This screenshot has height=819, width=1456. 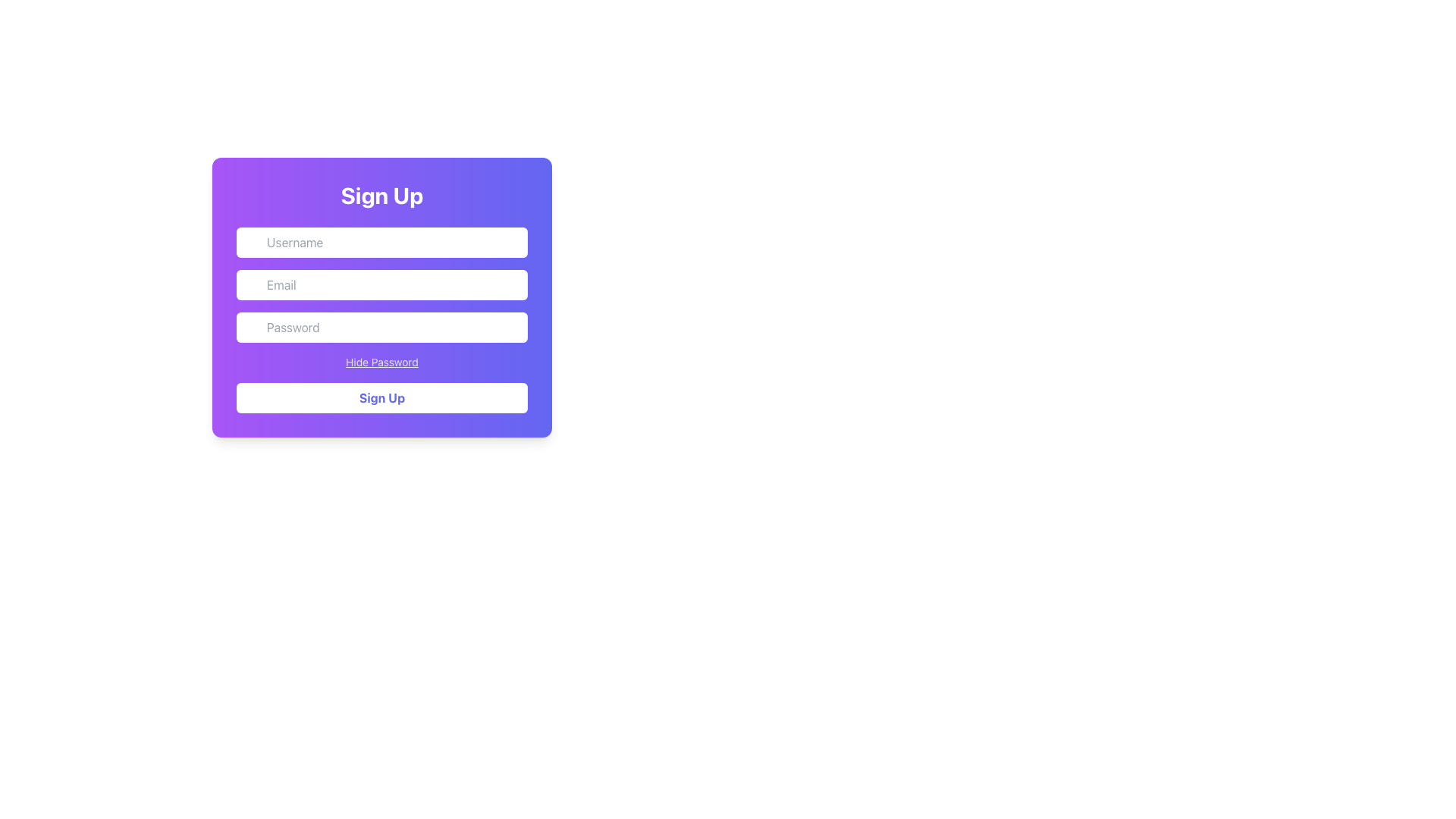 What do you see at coordinates (382, 362) in the screenshot?
I see `the interactive text link that toggles the visibility of the password in the password field above it` at bounding box center [382, 362].